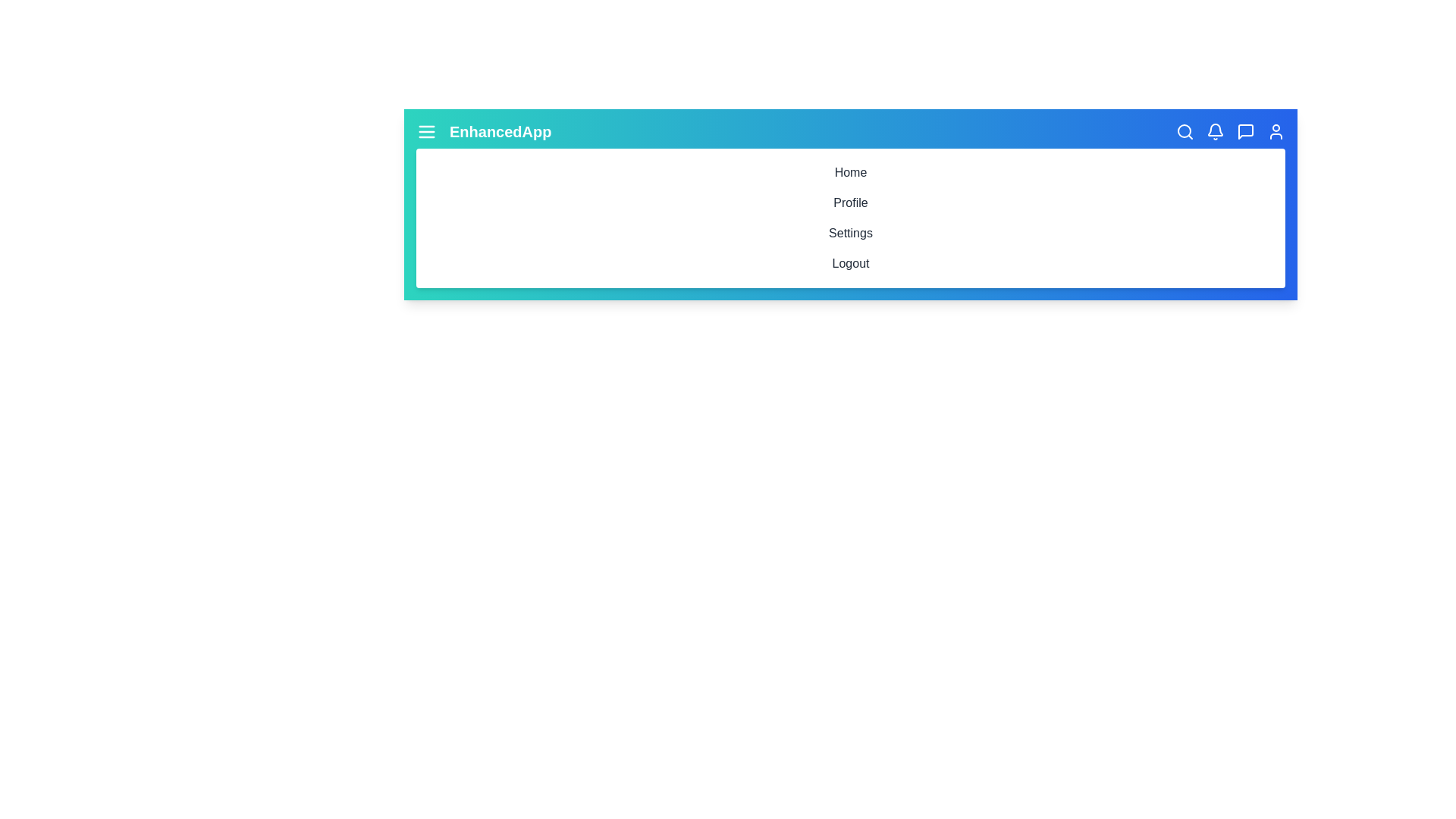 This screenshot has height=819, width=1456. I want to click on the title text 'EnhancedApp' to focus on it, so click(500, 130).